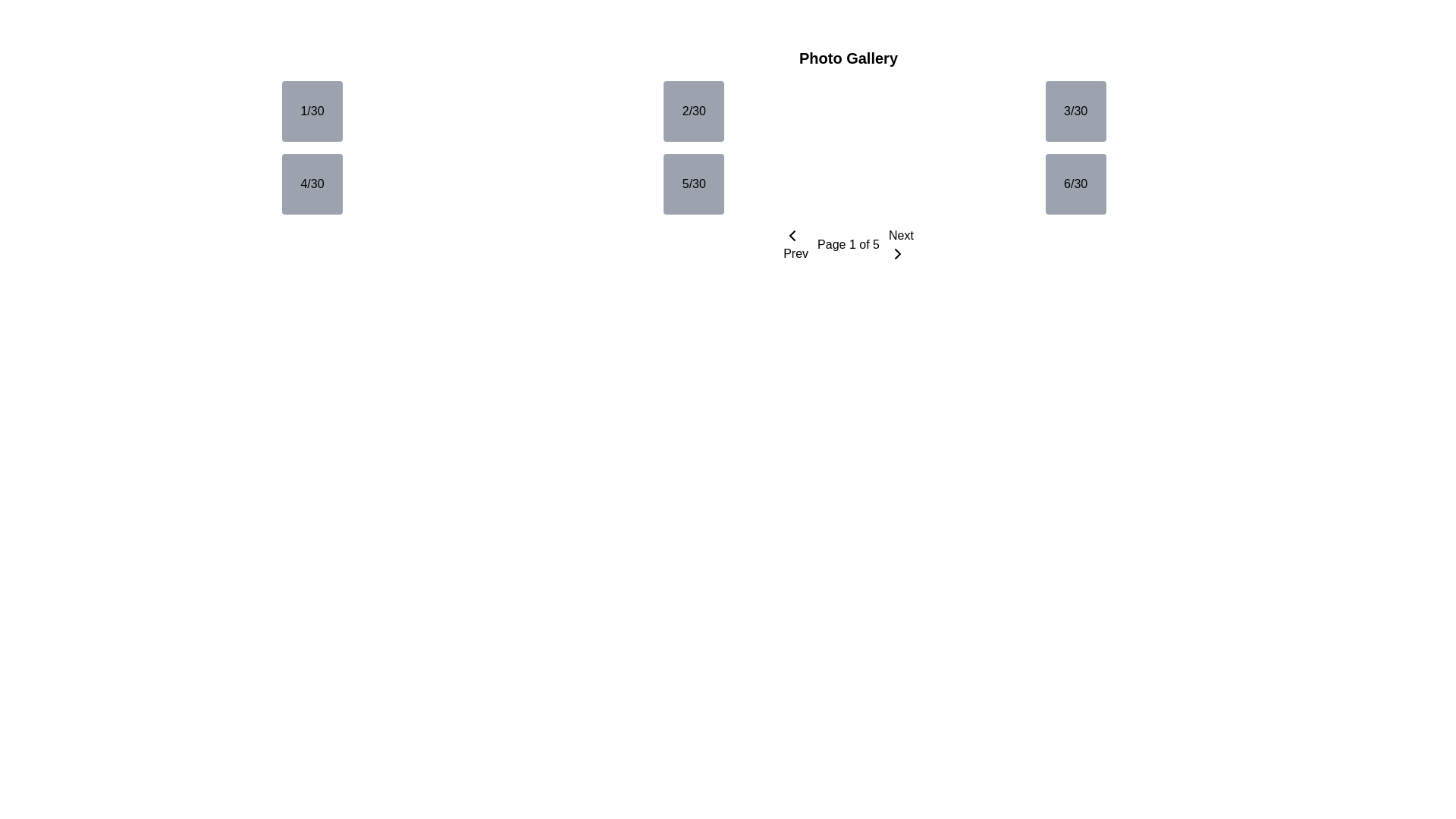 This screenshot has width=1456, height=819. I want to click on the 'Next' button, which includes a rightward-pointing chevron arrow icon, so click(897, 253).